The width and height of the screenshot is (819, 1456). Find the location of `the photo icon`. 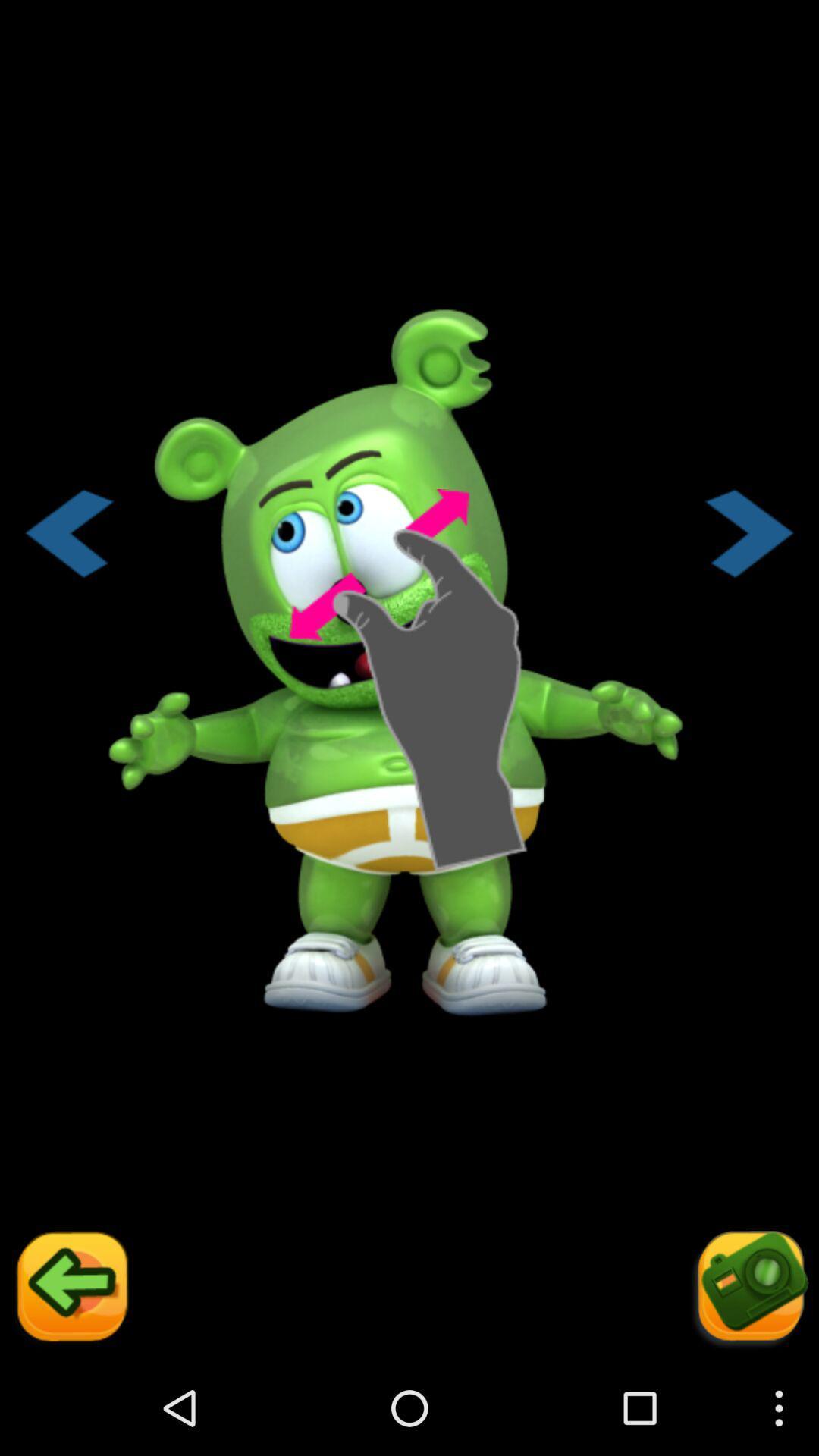

the photo icon is located at coordinates (748, 1381).